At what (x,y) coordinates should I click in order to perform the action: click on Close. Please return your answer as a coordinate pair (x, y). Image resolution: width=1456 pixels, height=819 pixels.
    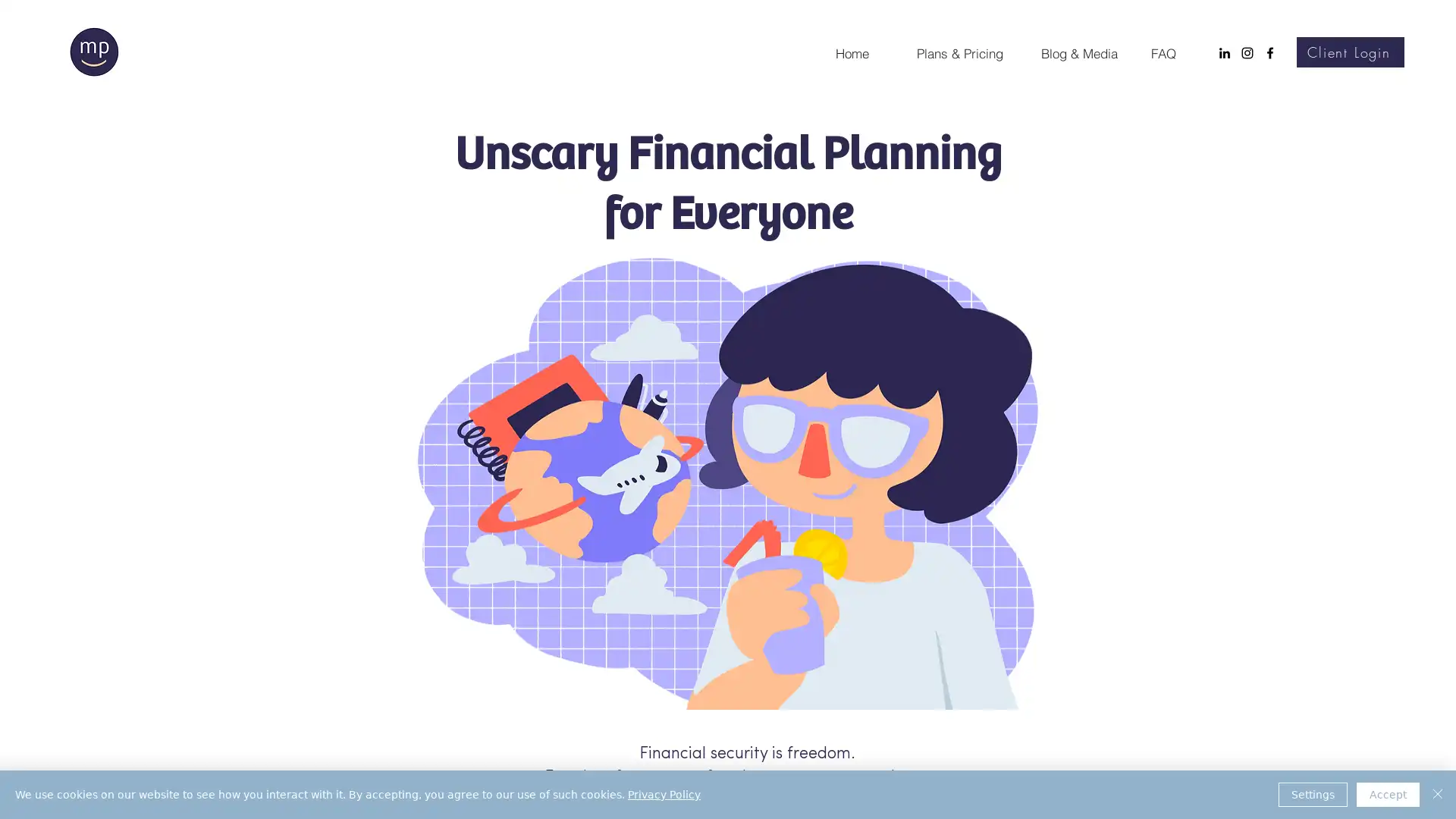
    Looking at the image, I should click on (1437, 794).